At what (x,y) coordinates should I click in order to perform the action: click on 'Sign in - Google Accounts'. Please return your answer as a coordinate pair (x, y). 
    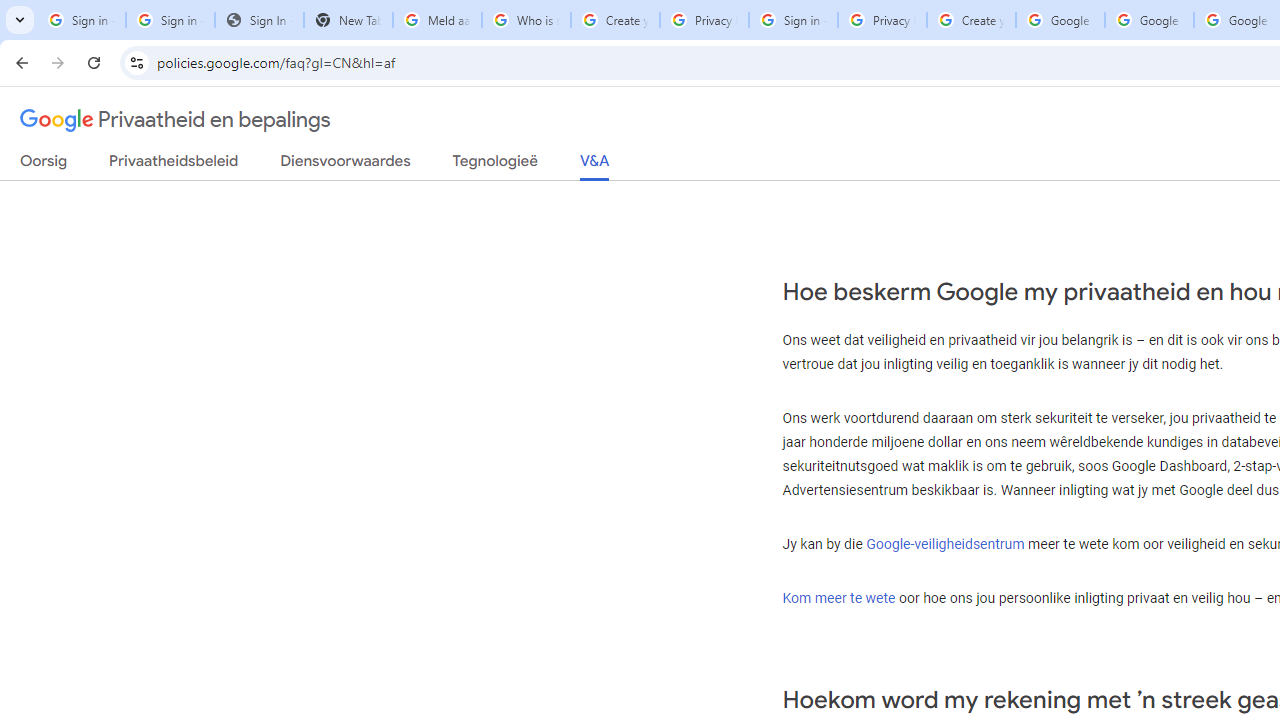
    Looking at the image, I should click on (170, 20).